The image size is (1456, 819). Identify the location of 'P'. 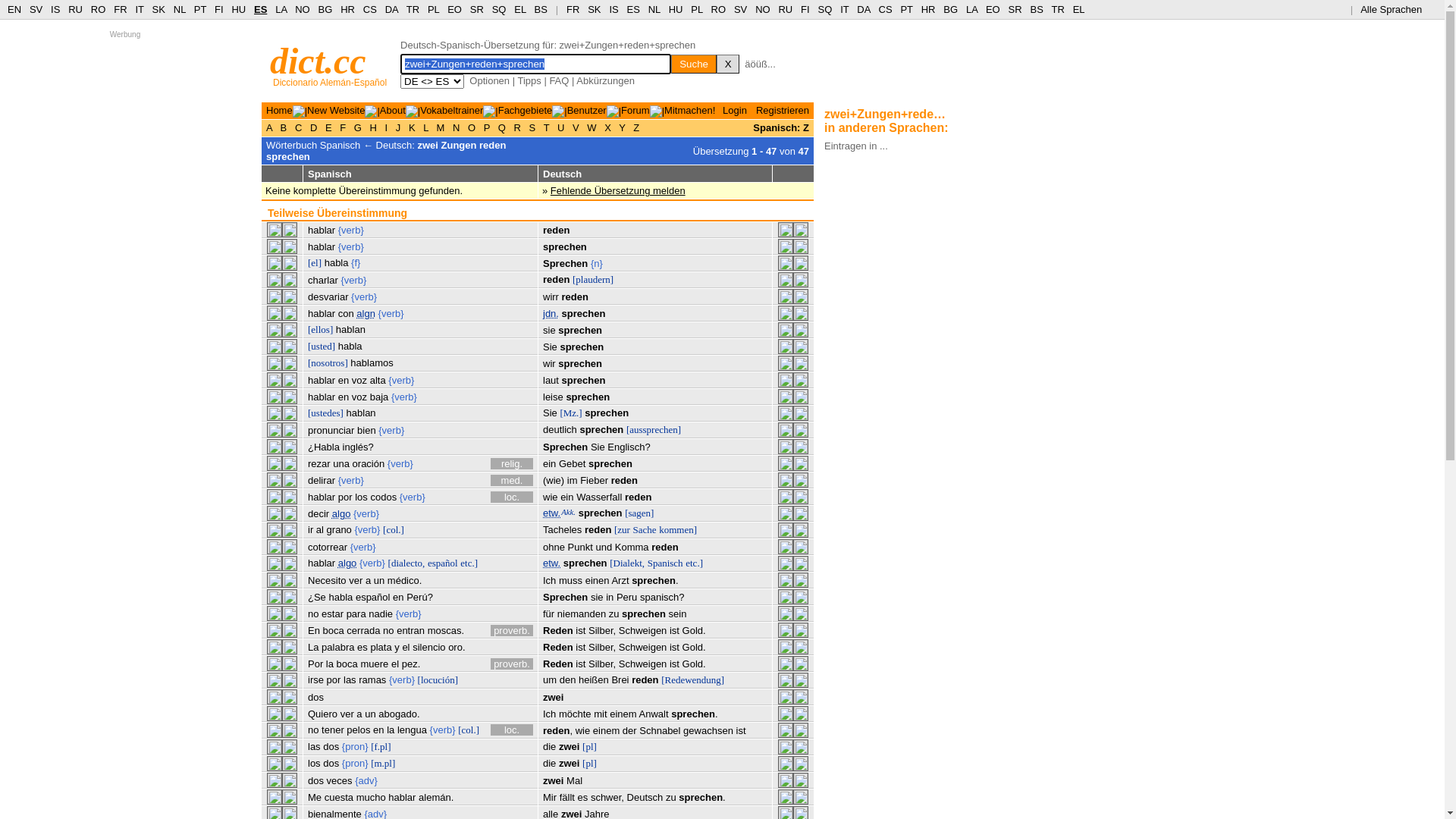
(487, 127).